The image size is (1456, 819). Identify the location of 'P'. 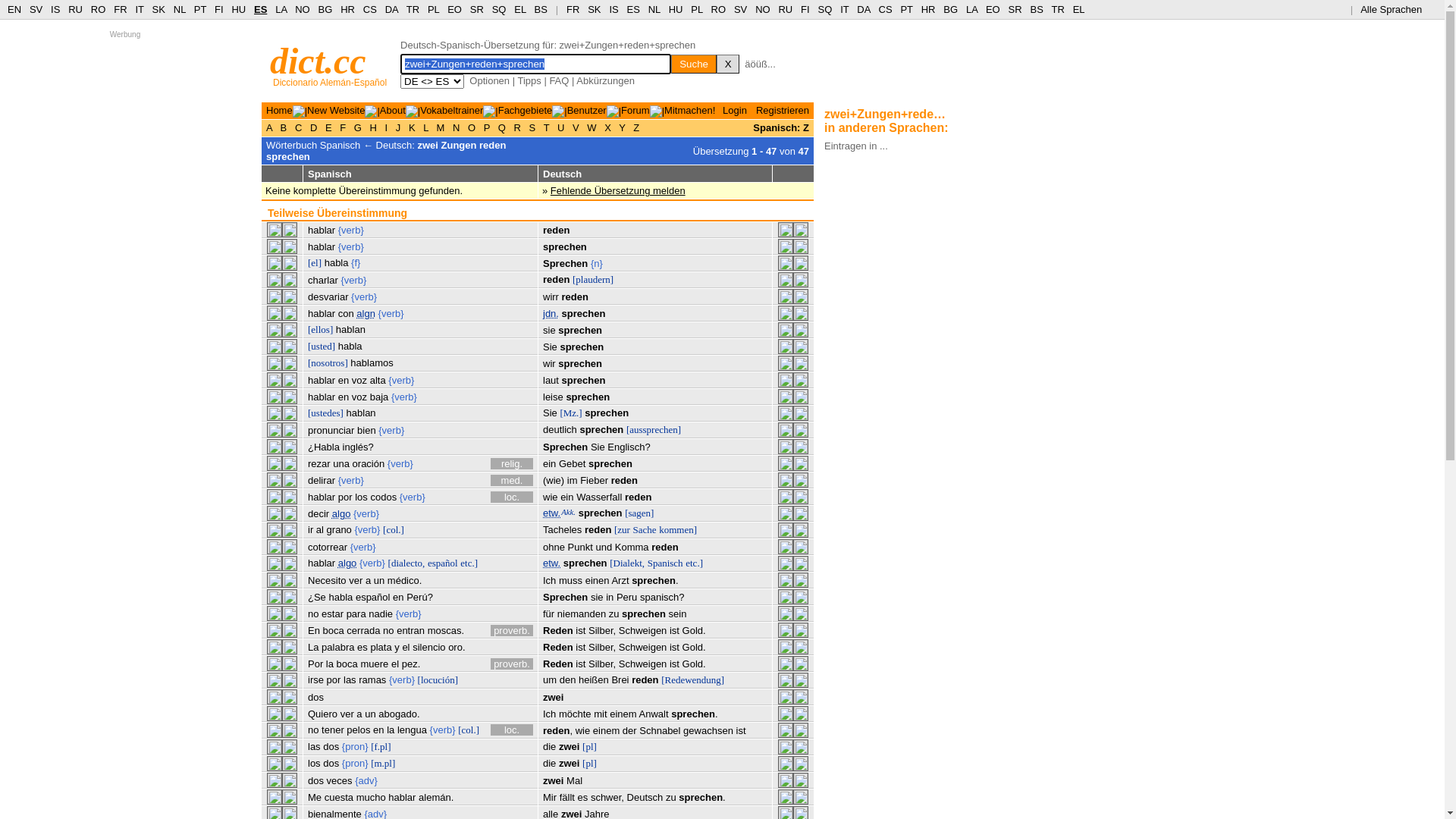
(487, 127).